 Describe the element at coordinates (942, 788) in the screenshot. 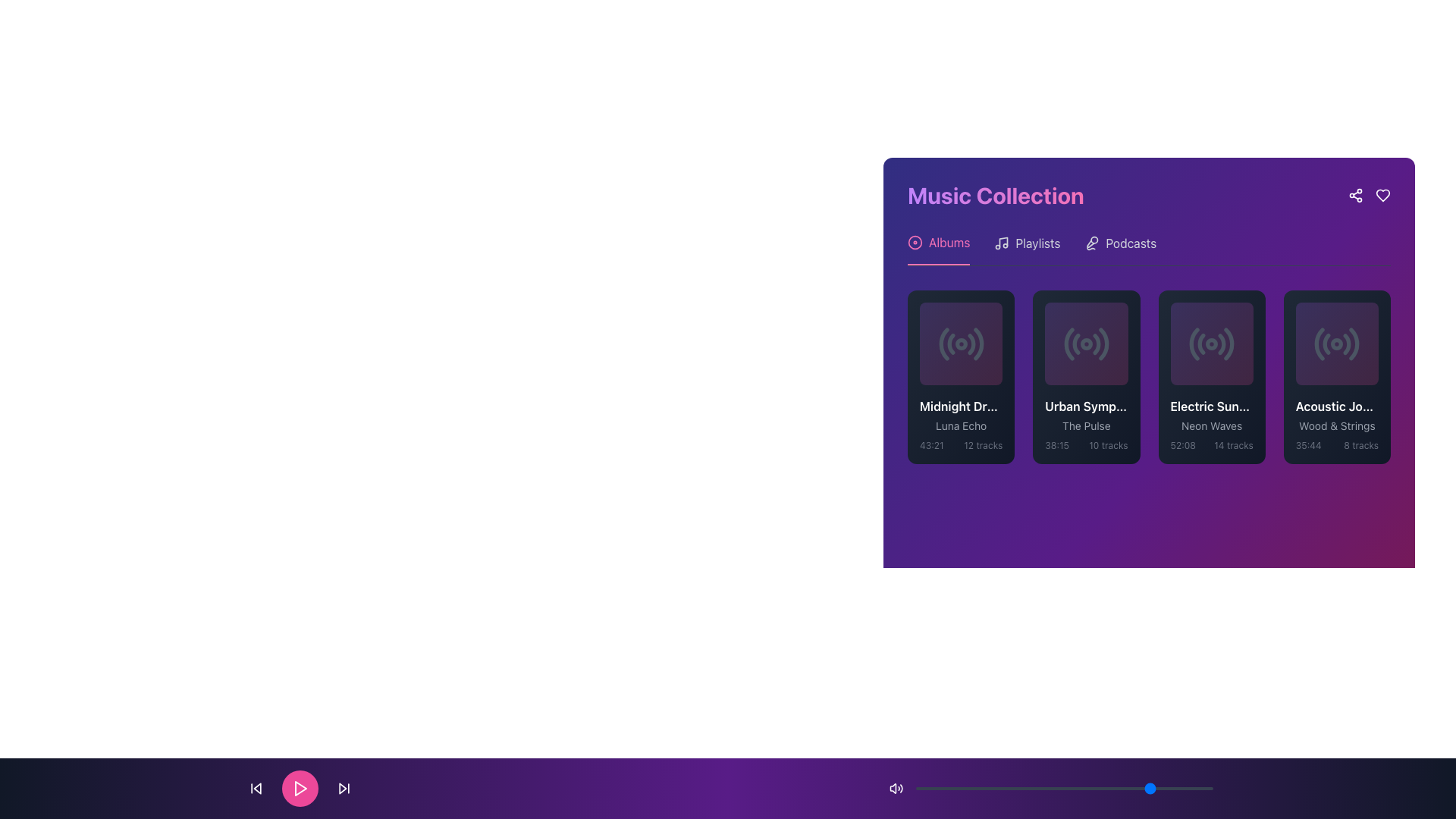

I see `the slider value` at that location.